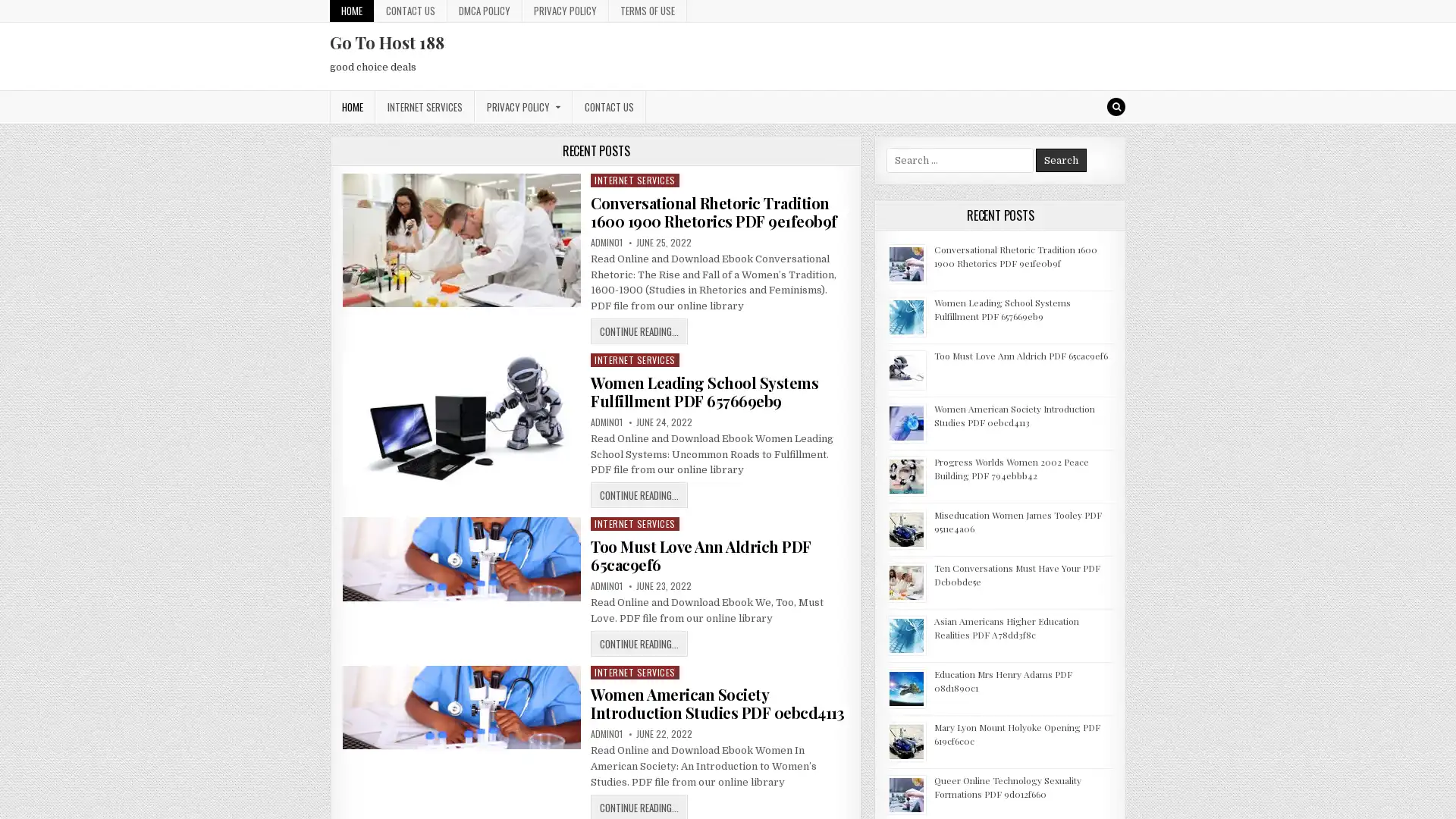  Describe the element at coordinates (1060, 160) in the screenshot. I see `Search` at that location.